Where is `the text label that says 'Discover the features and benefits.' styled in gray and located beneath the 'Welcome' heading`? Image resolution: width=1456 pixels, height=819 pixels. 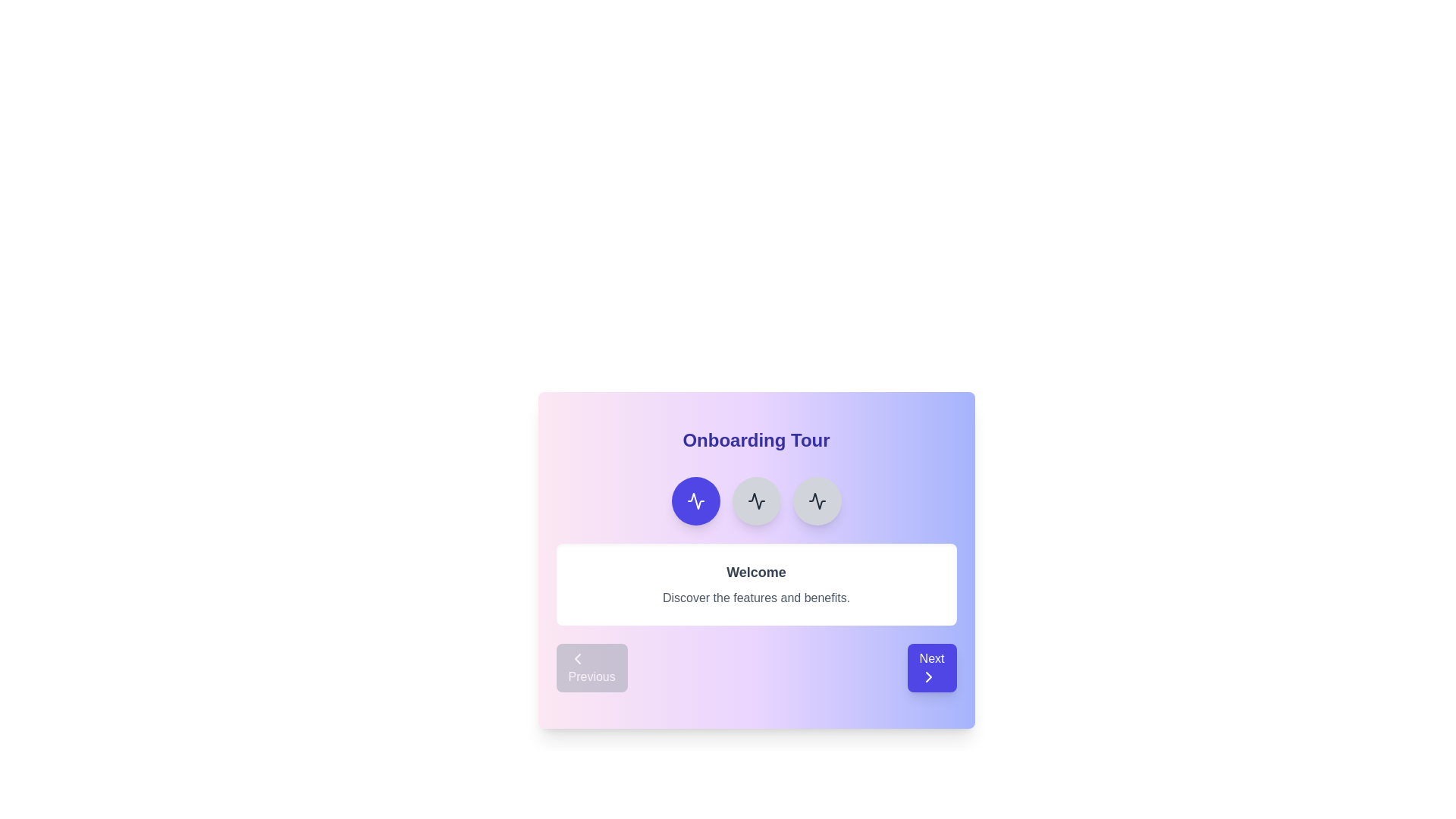
the text label that says 'Discover the features and benefits.' styled in gray and located beneath the 'Welcome' heading is located at coordinates (756, 598).